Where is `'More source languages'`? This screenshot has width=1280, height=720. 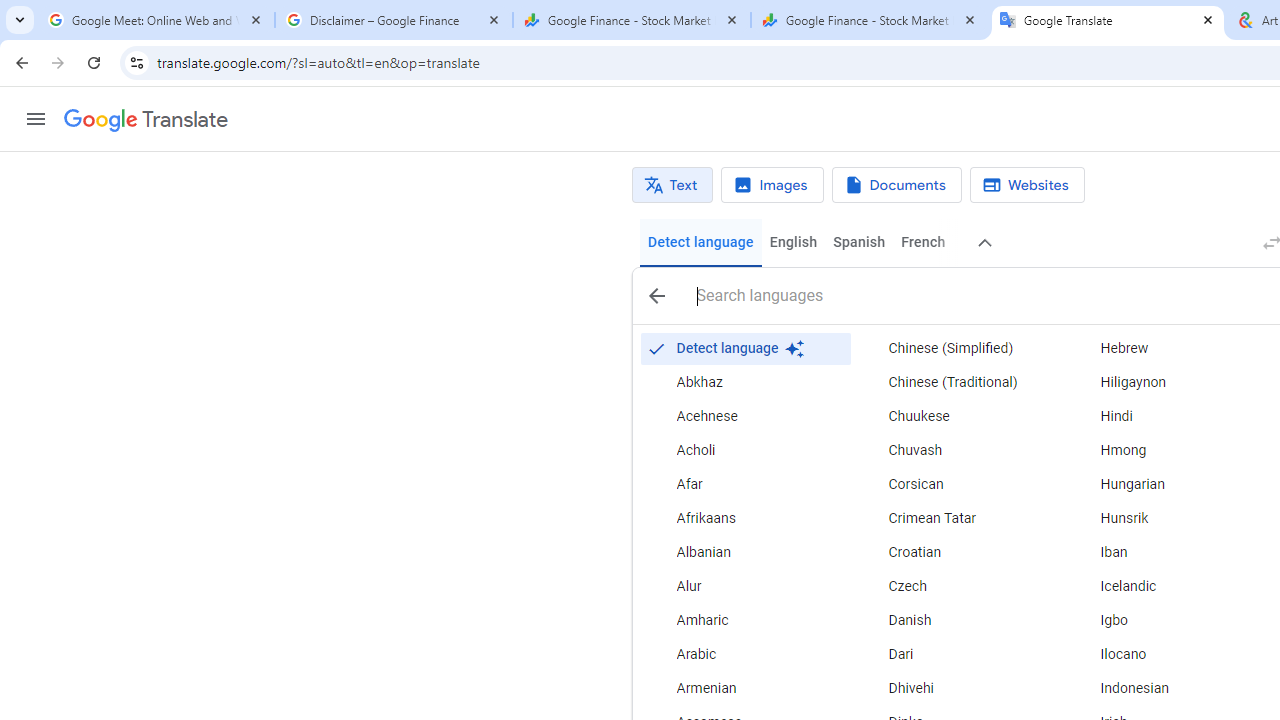
'More source languages' is located at coordinates (985, 242).